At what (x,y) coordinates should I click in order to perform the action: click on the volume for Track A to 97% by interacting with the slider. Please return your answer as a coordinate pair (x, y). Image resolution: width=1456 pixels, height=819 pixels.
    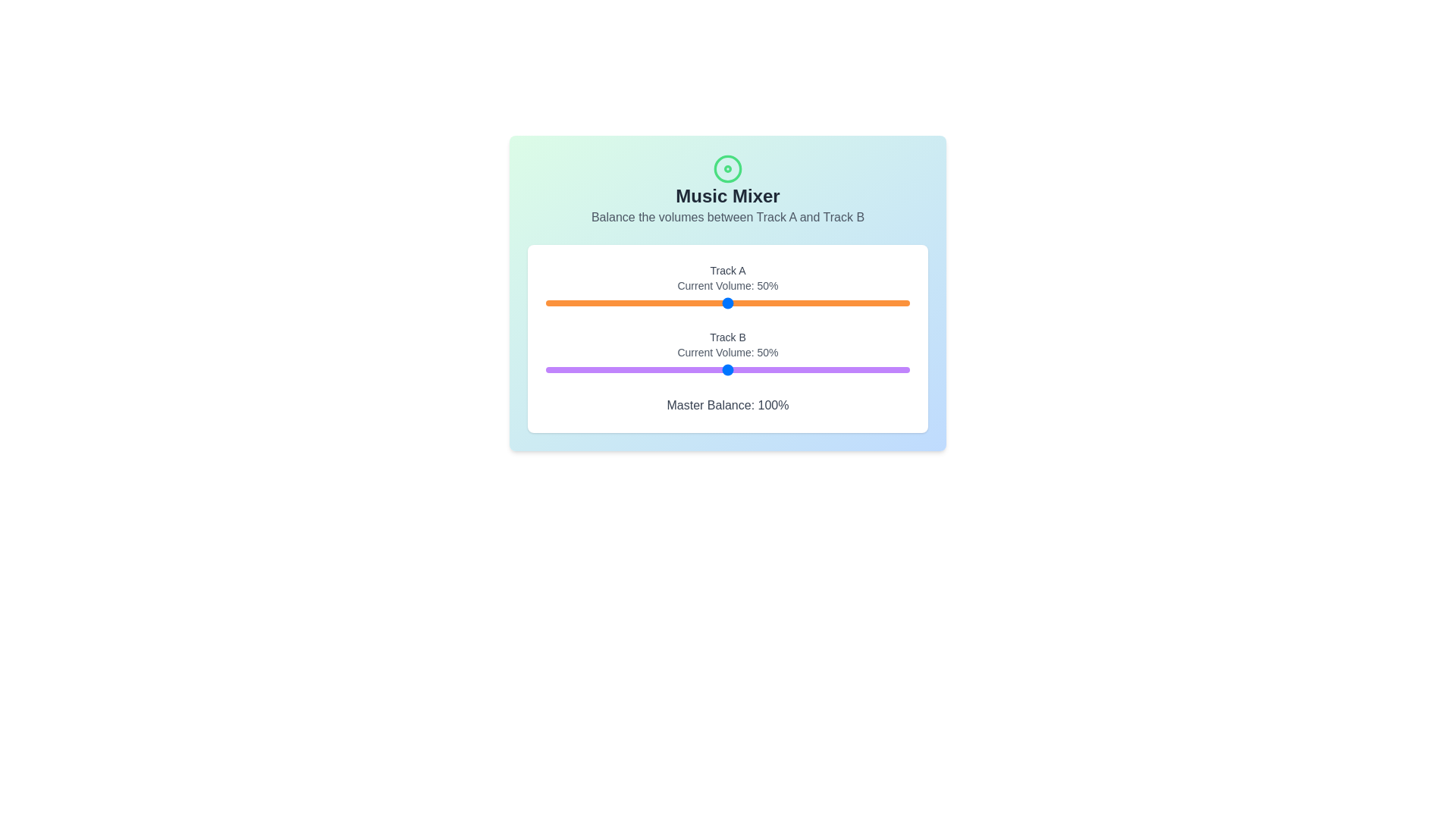
    Looking at the image, I should click on (899, 303).